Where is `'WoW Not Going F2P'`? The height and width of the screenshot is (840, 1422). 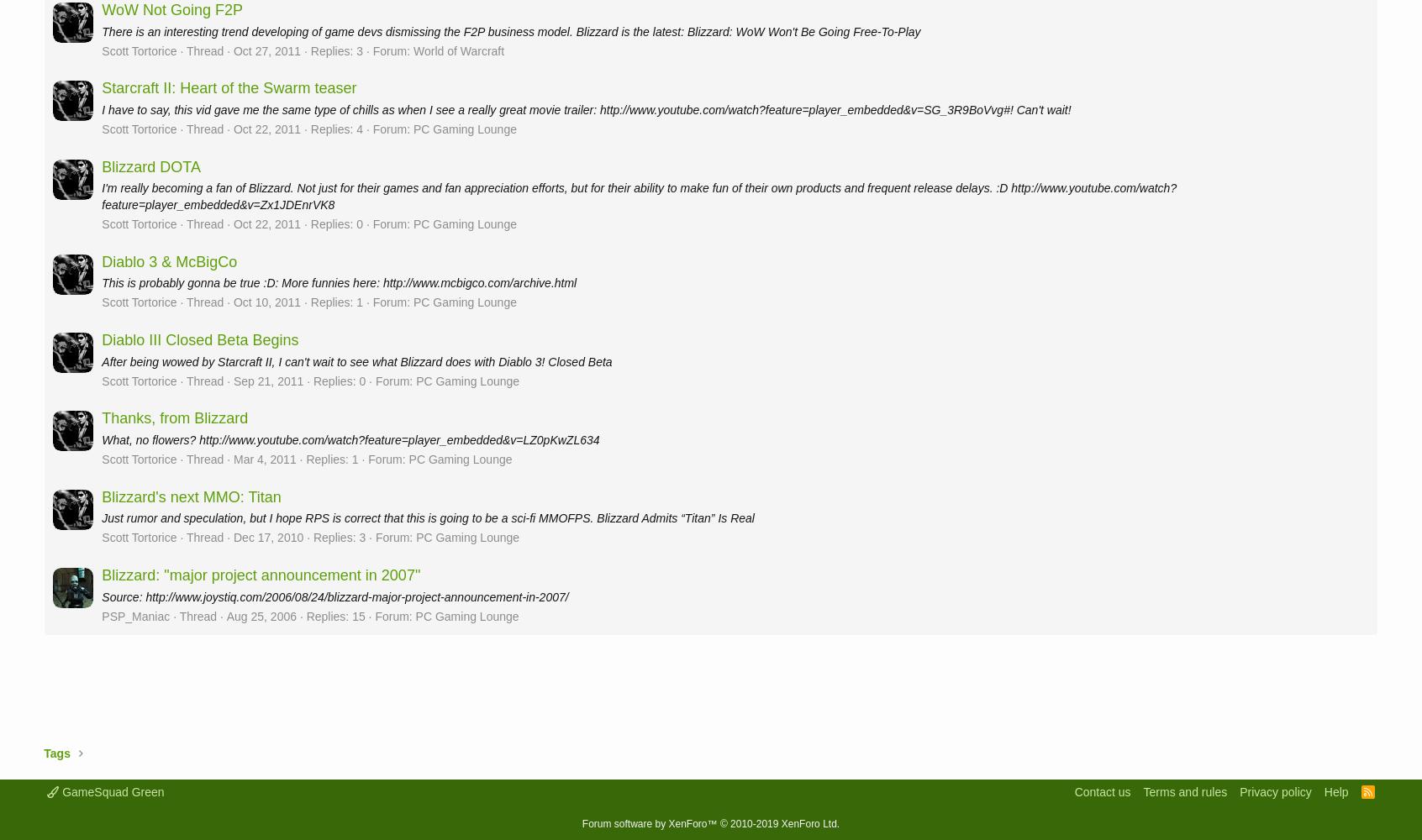
'WoW Not Going F2P' is located at coordinates (171, 10).